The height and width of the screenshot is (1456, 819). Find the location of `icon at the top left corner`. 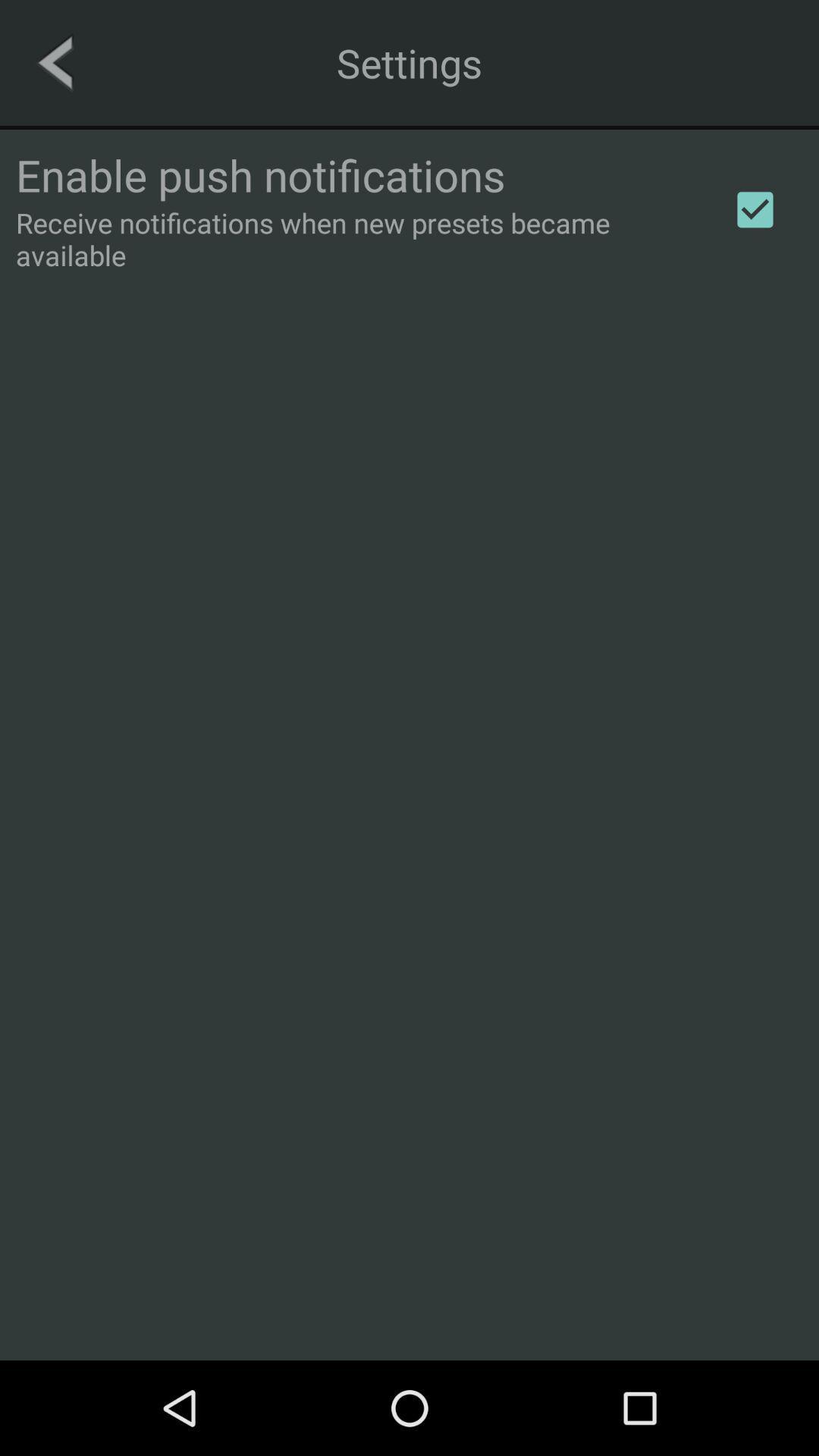

icon at the top left corner is located at coordinates (54, 61).